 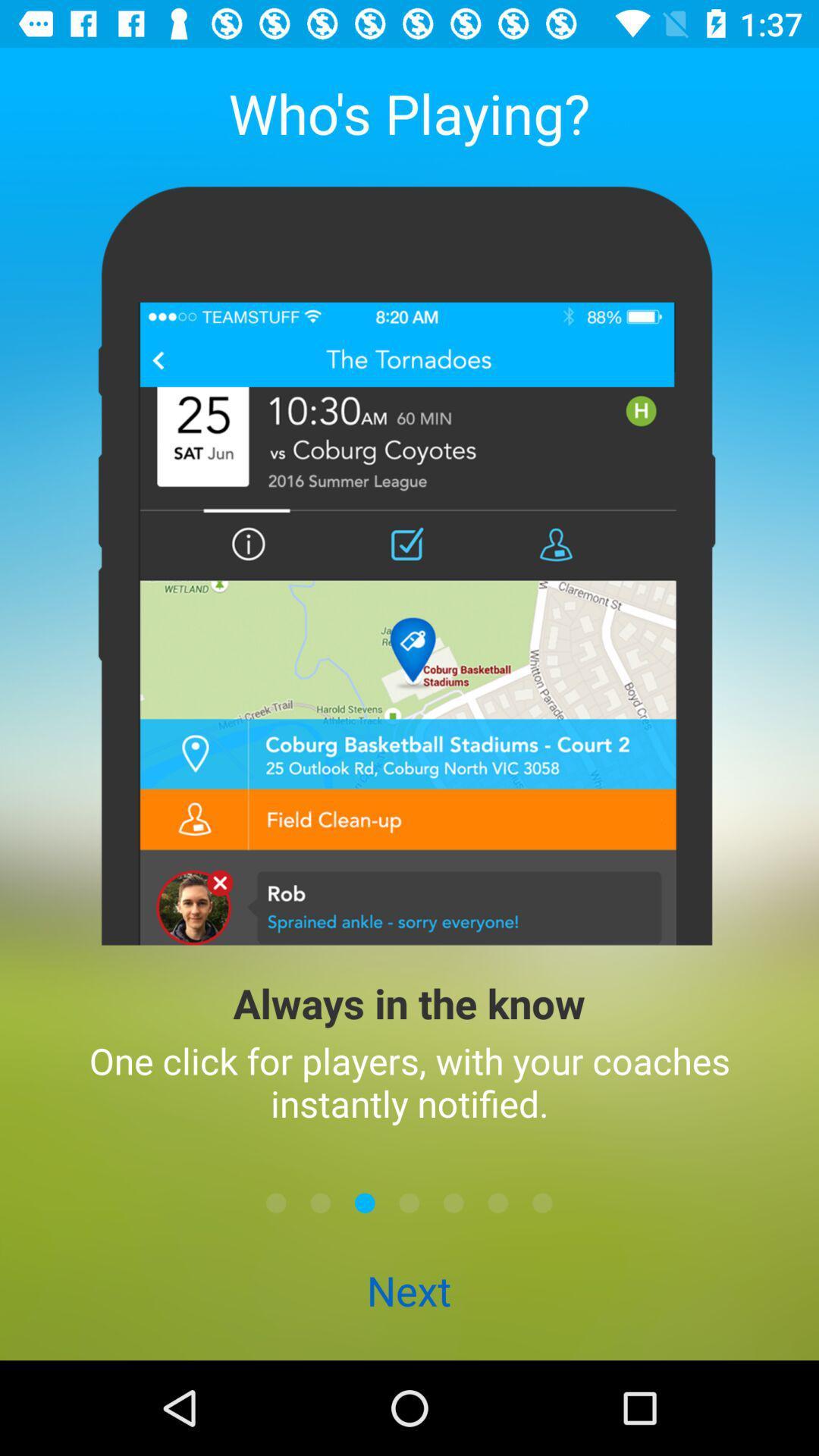 What do you see at coordinates (541, 1202) in the screenshot?
I see `the icon below the one click for item` at bounding box center [541, 1202].